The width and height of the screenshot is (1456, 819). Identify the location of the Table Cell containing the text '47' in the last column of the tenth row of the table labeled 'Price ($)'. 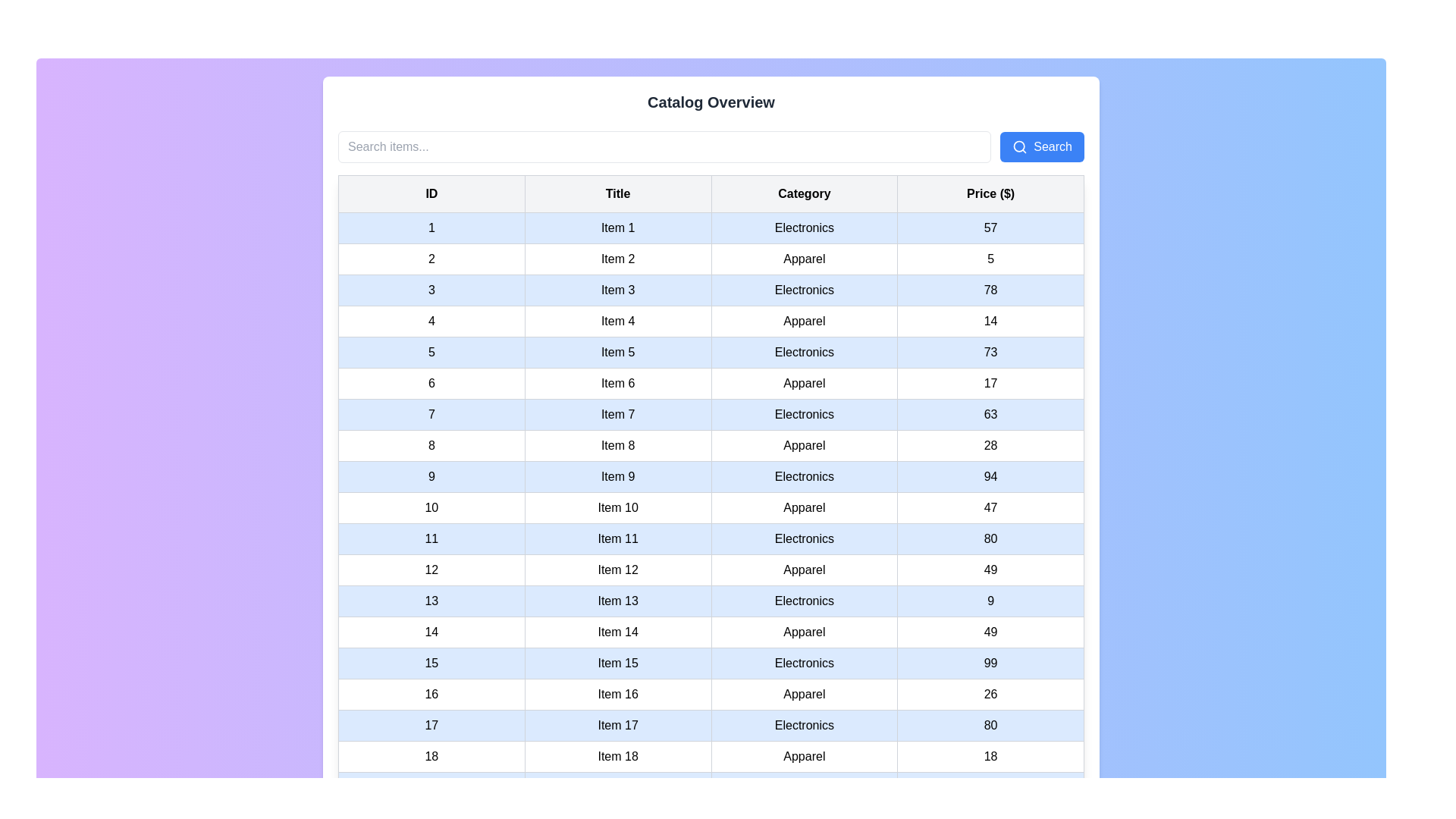
(990, 508).